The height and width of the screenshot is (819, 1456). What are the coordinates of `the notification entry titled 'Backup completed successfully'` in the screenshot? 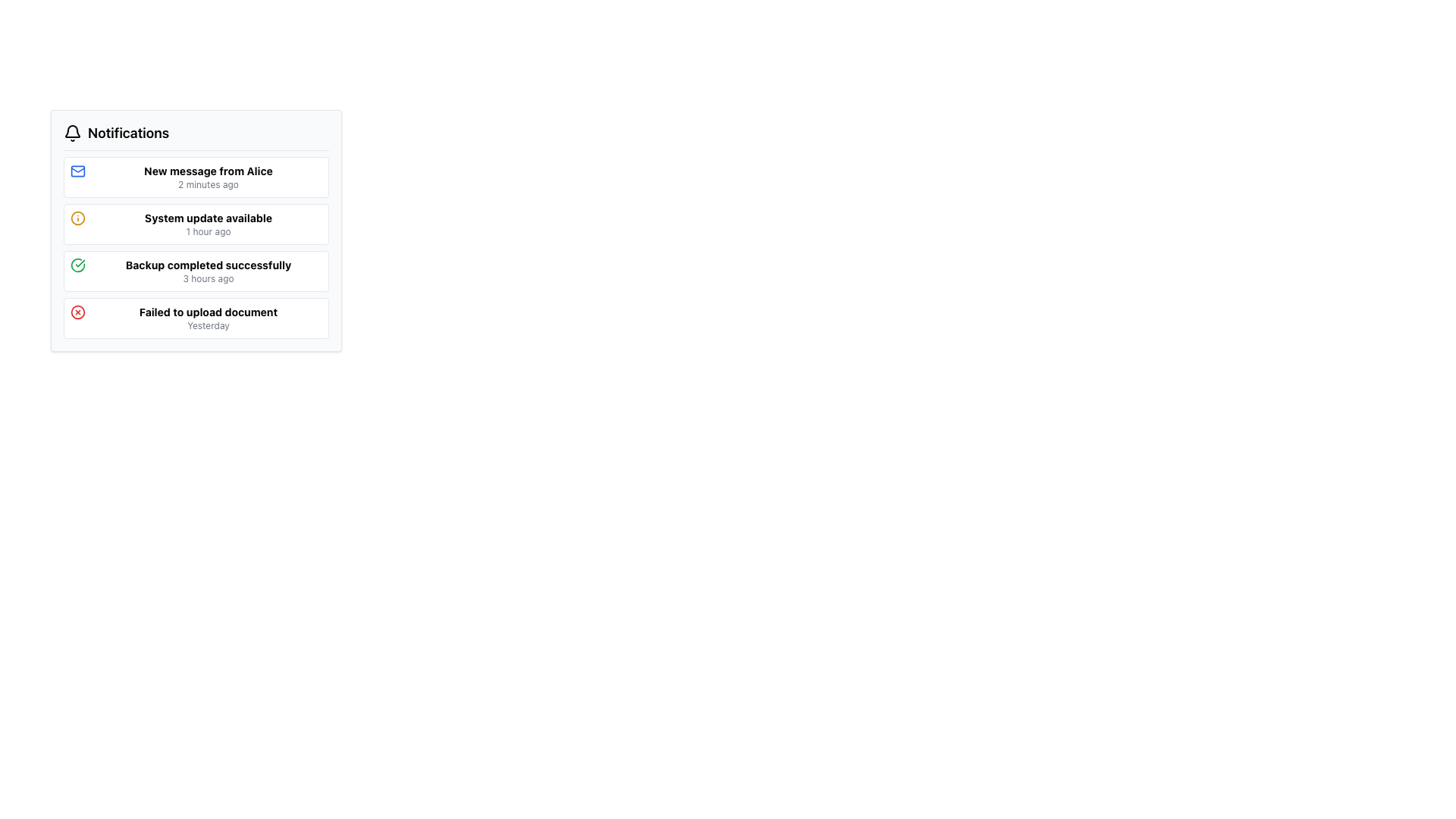 It's located at (196, 271).